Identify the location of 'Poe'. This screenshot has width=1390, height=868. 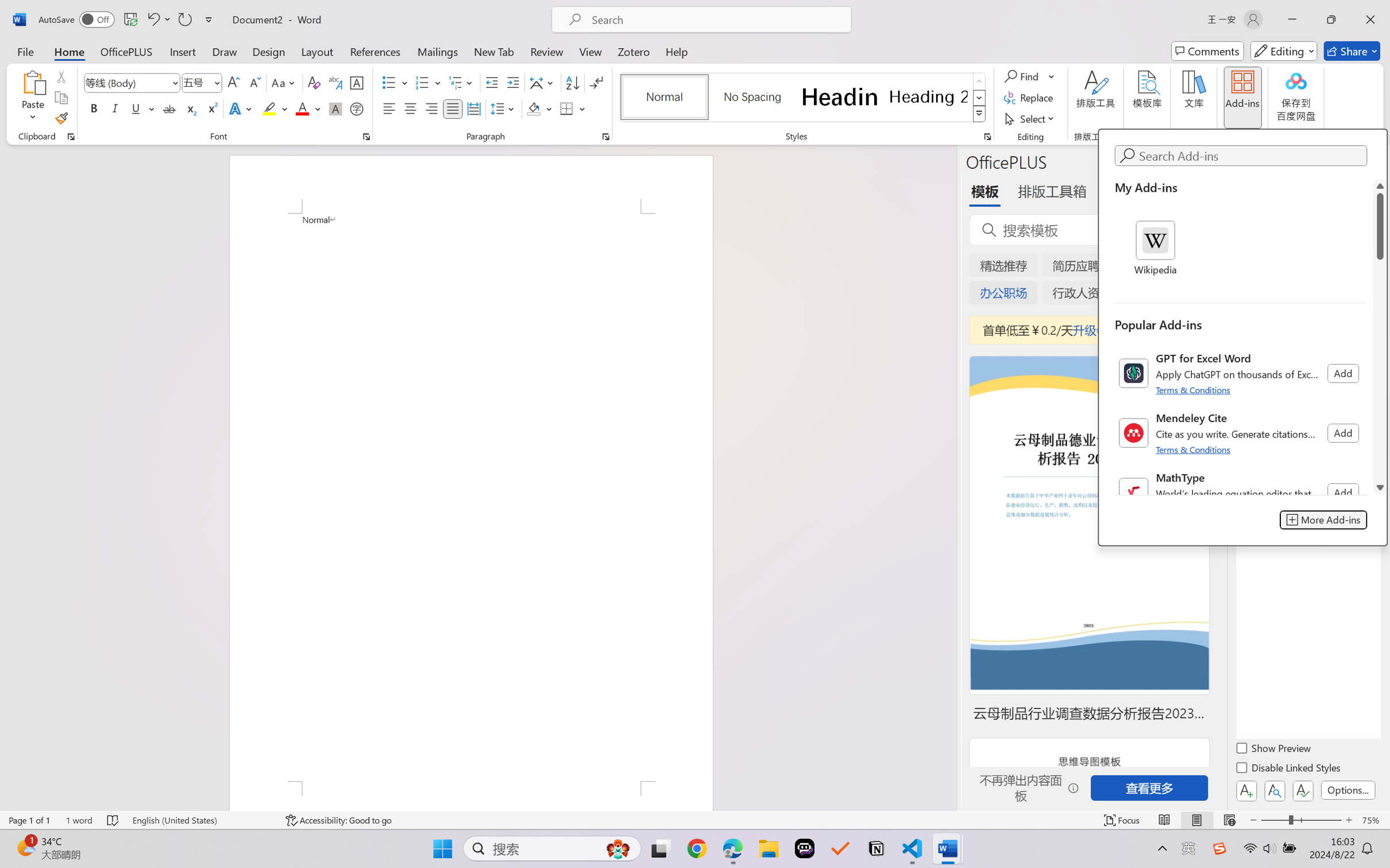
(804, 848).